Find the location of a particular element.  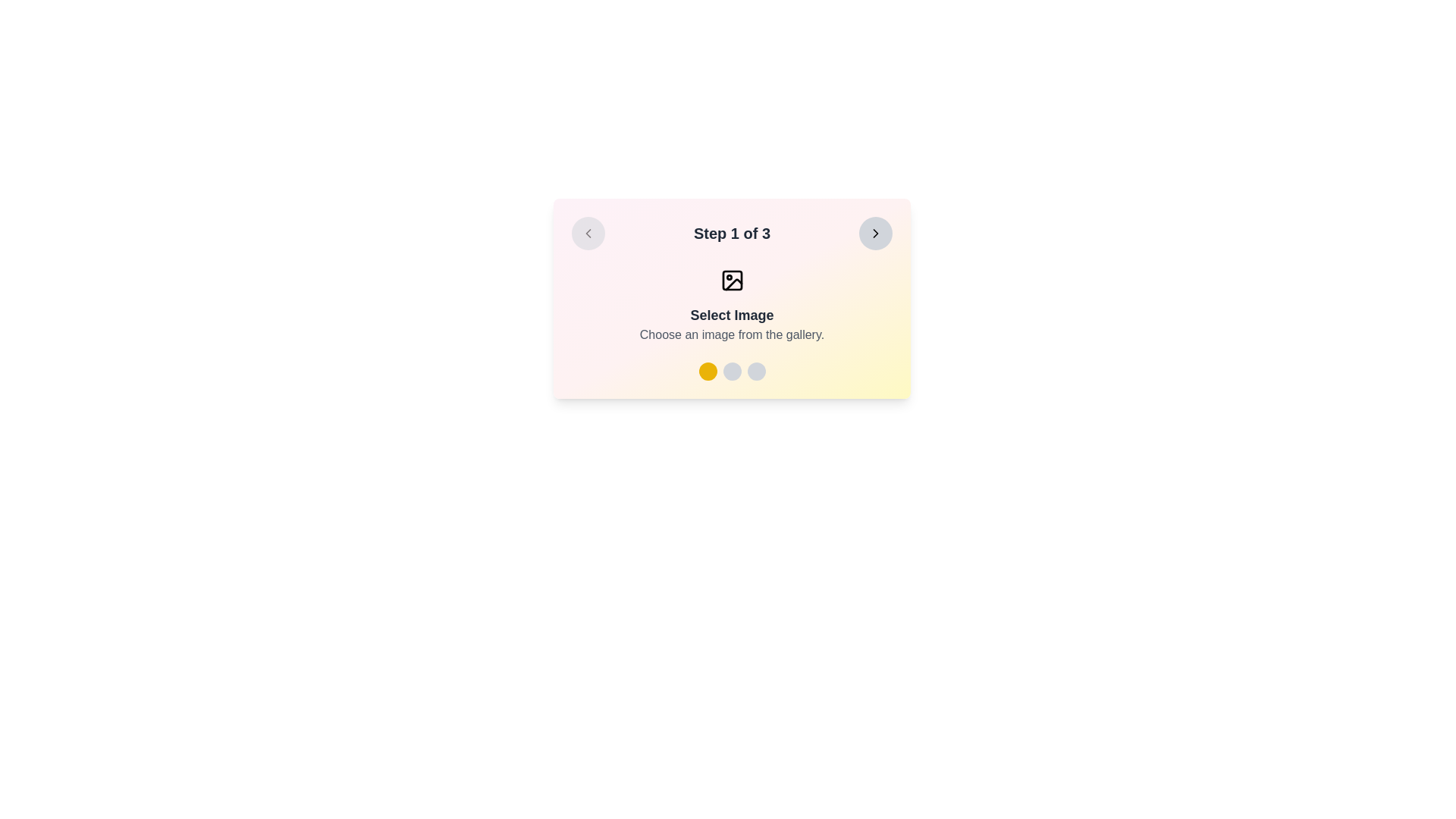

the circular button containing the right-pointing chevron icon located in the top-right corner of the interactive panel to advance is located at coordinates (876, 234).